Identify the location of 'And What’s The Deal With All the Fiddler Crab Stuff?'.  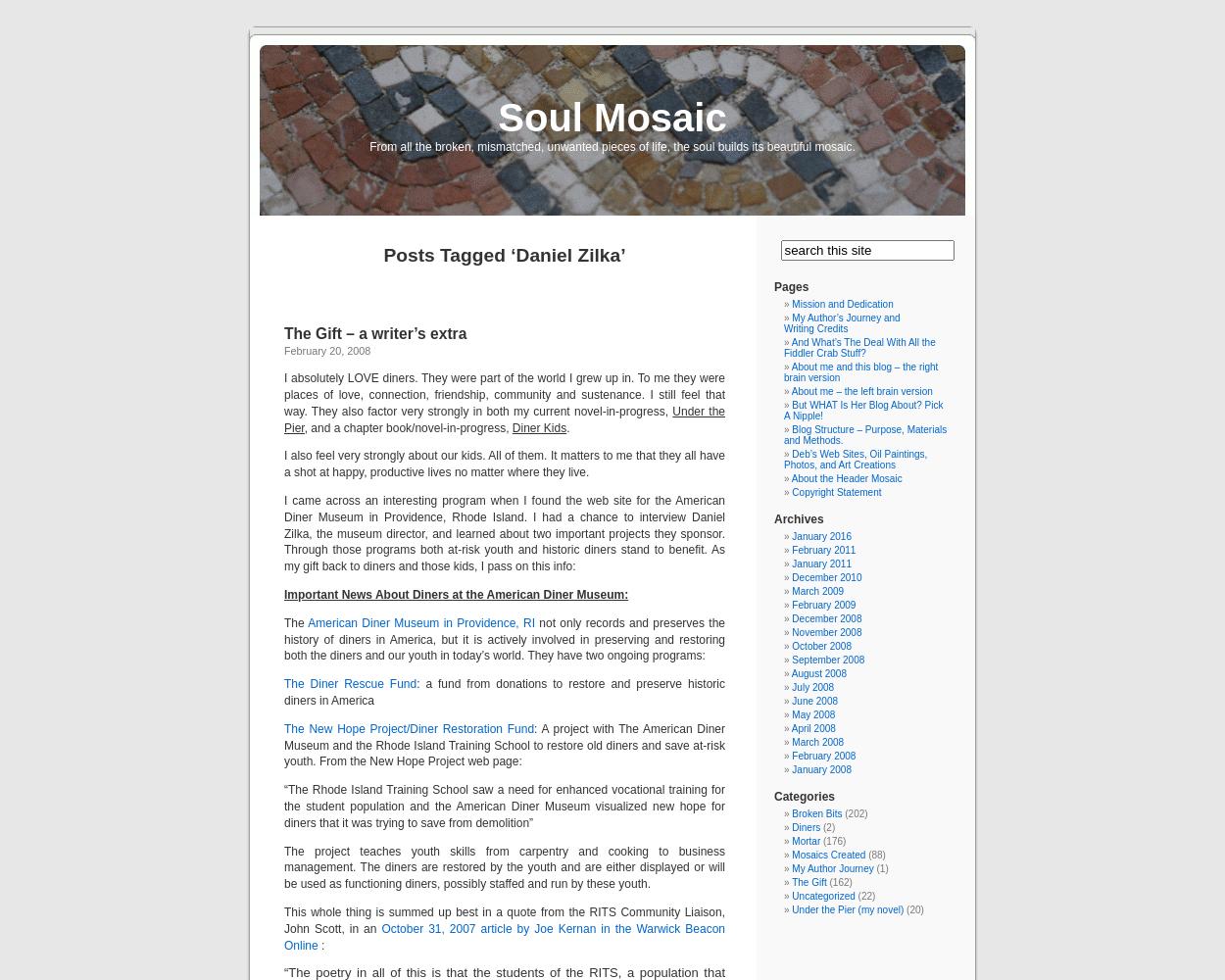
(784, 347).